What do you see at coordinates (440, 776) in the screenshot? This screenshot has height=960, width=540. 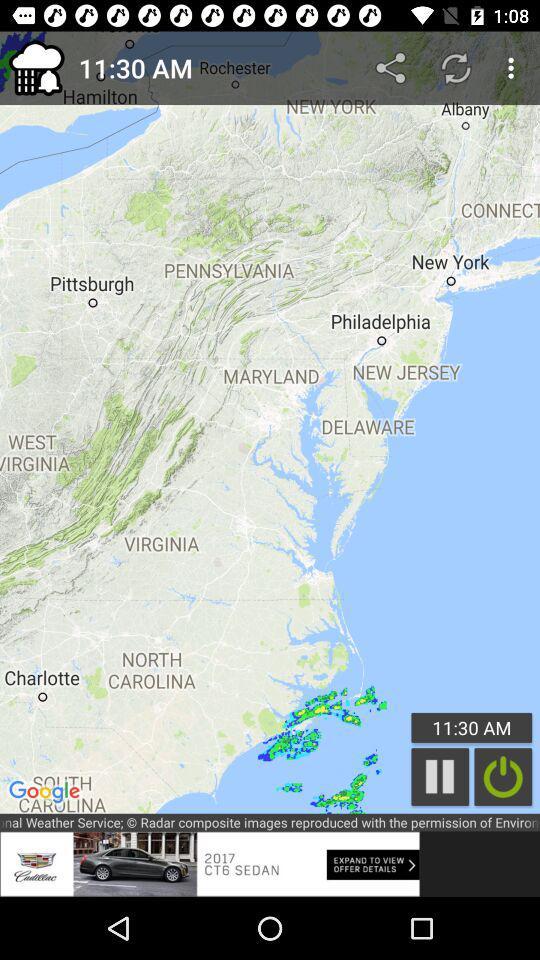 I see `the pause icon` at bounding box center [440, 776].